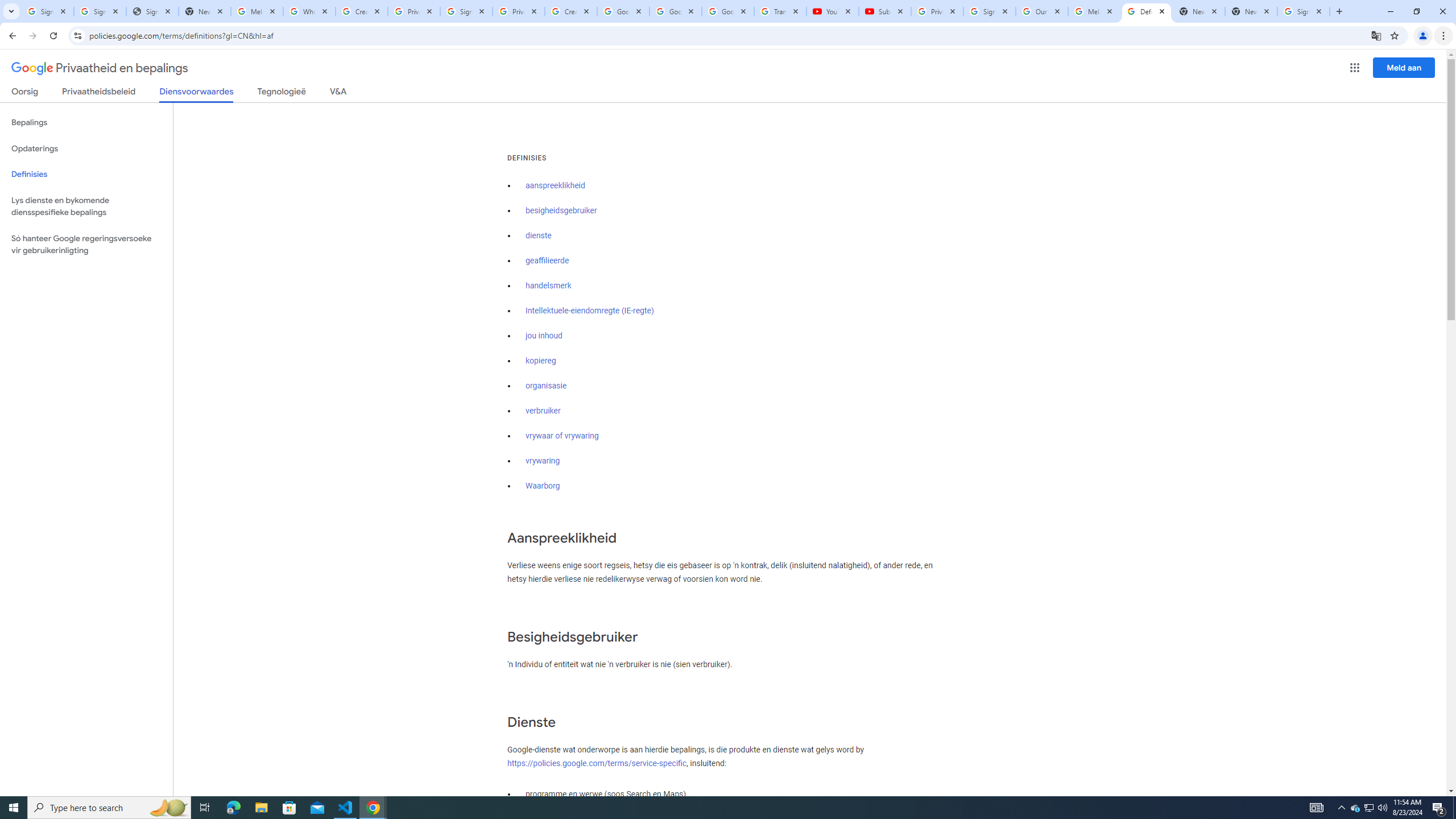 This screenshot has height=819, width=1456. I want to click on 'Sign in - Google Accounts', so click(1303, 11).